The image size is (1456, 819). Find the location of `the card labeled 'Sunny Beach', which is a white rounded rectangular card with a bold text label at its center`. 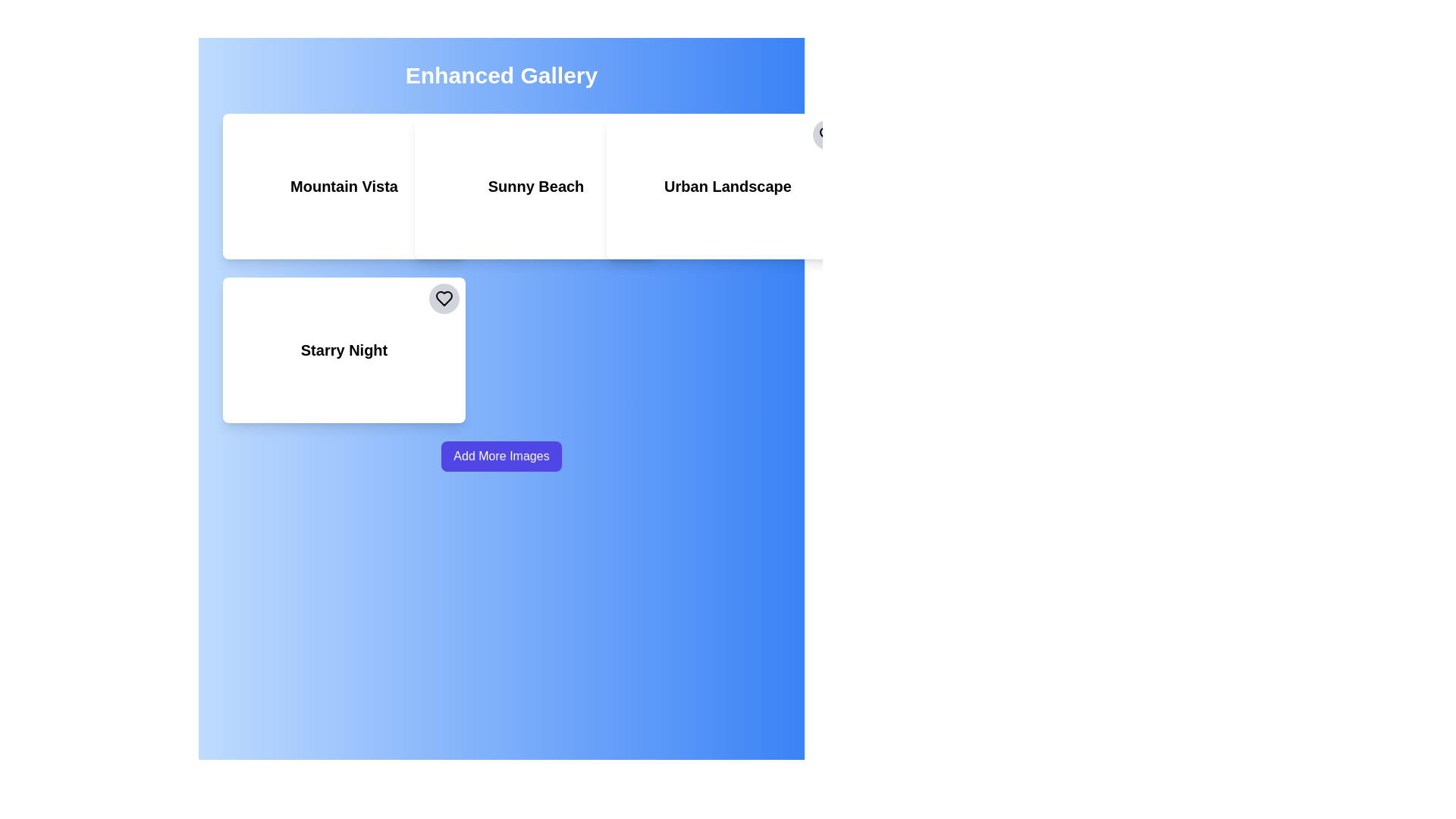

the card labeled 'Sunny Beach', which is a white rounded rectangular card with a bold text label at its center is located at coordinates (535, 186).